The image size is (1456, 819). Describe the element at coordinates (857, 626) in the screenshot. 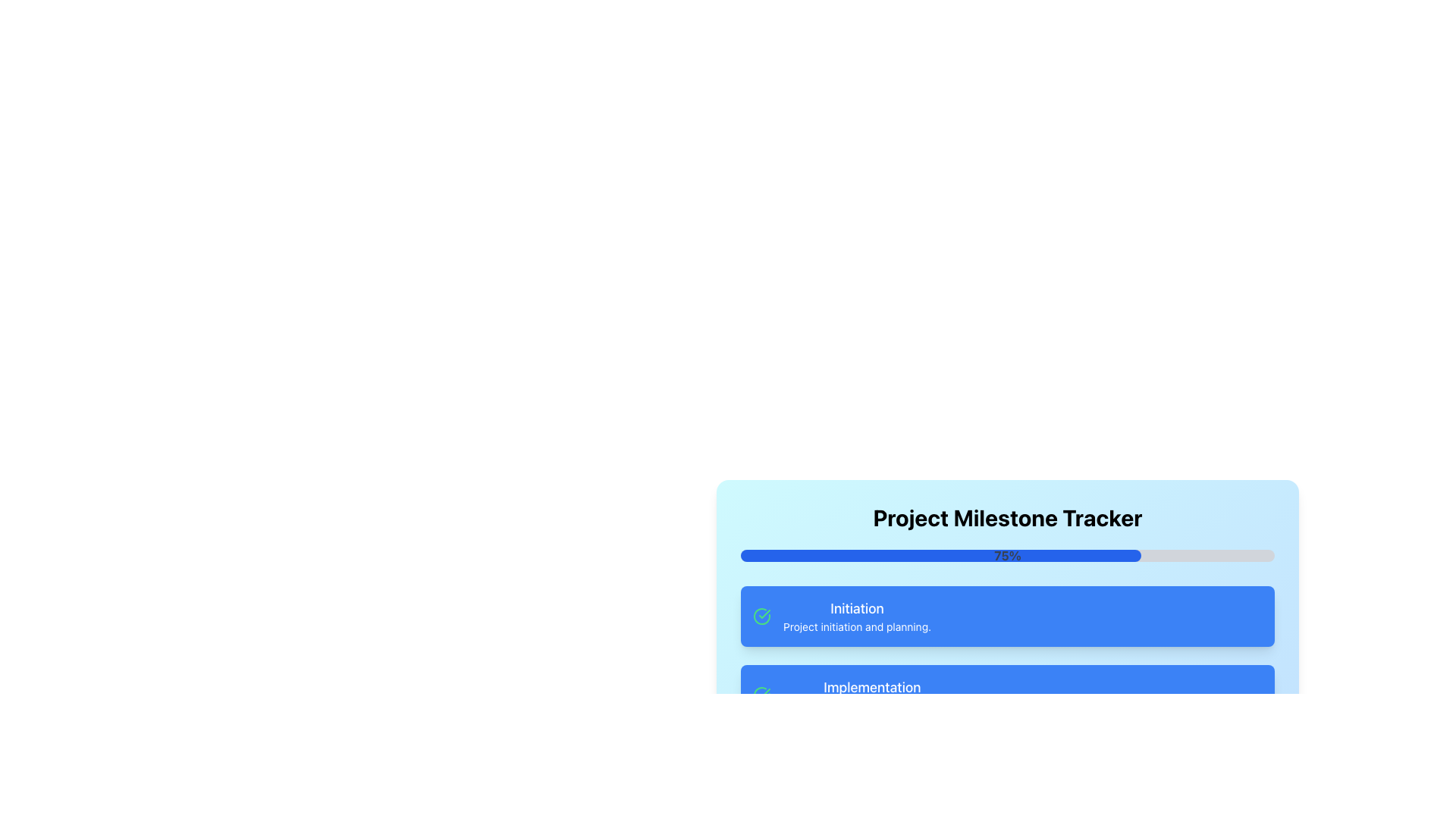

I see `the descriptive subtitle for the 'Initiation' section, which is located directly beneath the text 'Initiation' within the blue rectangular section labeled 'Initiation'` at that location.